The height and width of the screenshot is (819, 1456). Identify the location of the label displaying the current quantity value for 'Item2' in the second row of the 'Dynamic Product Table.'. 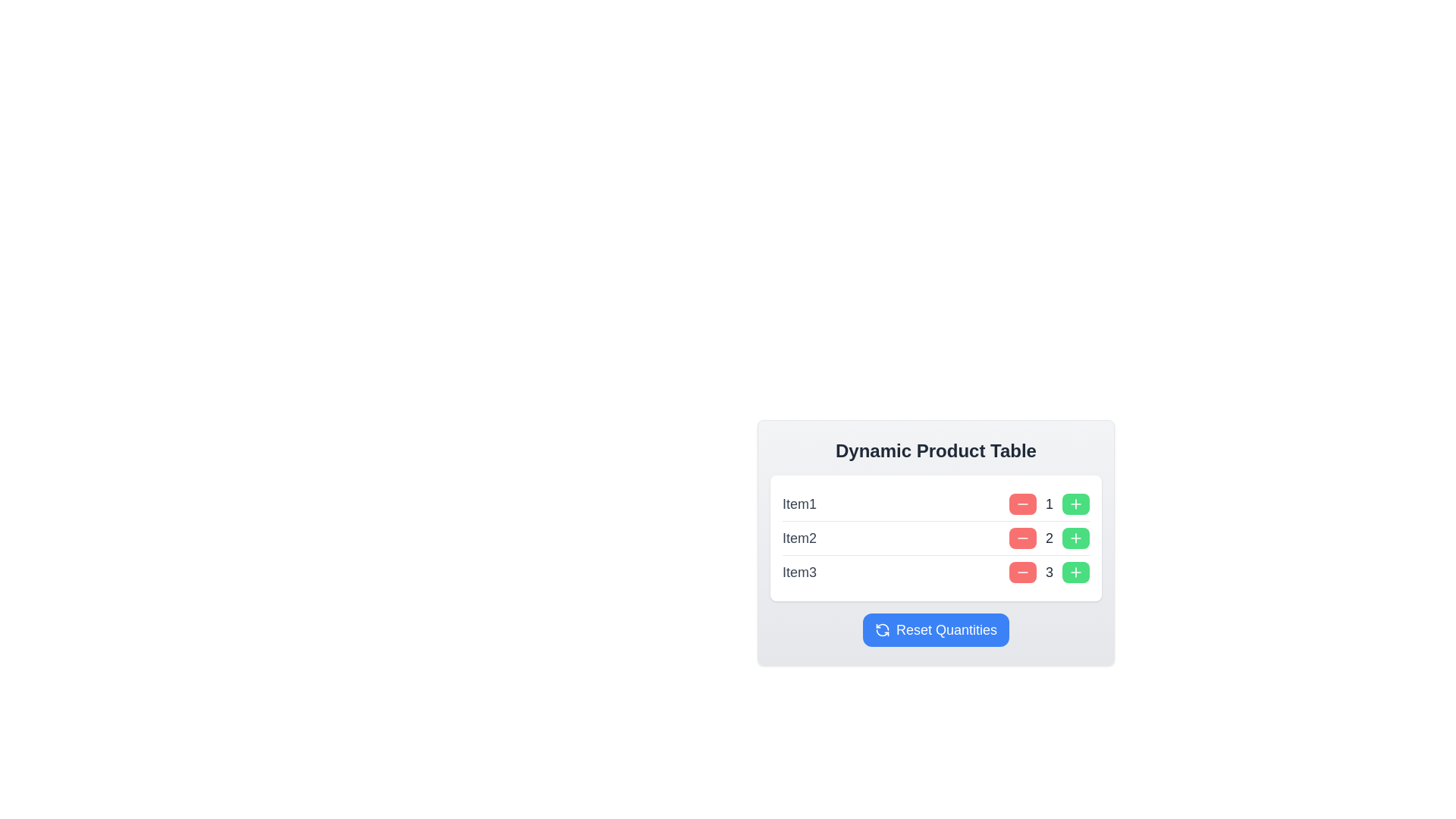
(1048, 537).